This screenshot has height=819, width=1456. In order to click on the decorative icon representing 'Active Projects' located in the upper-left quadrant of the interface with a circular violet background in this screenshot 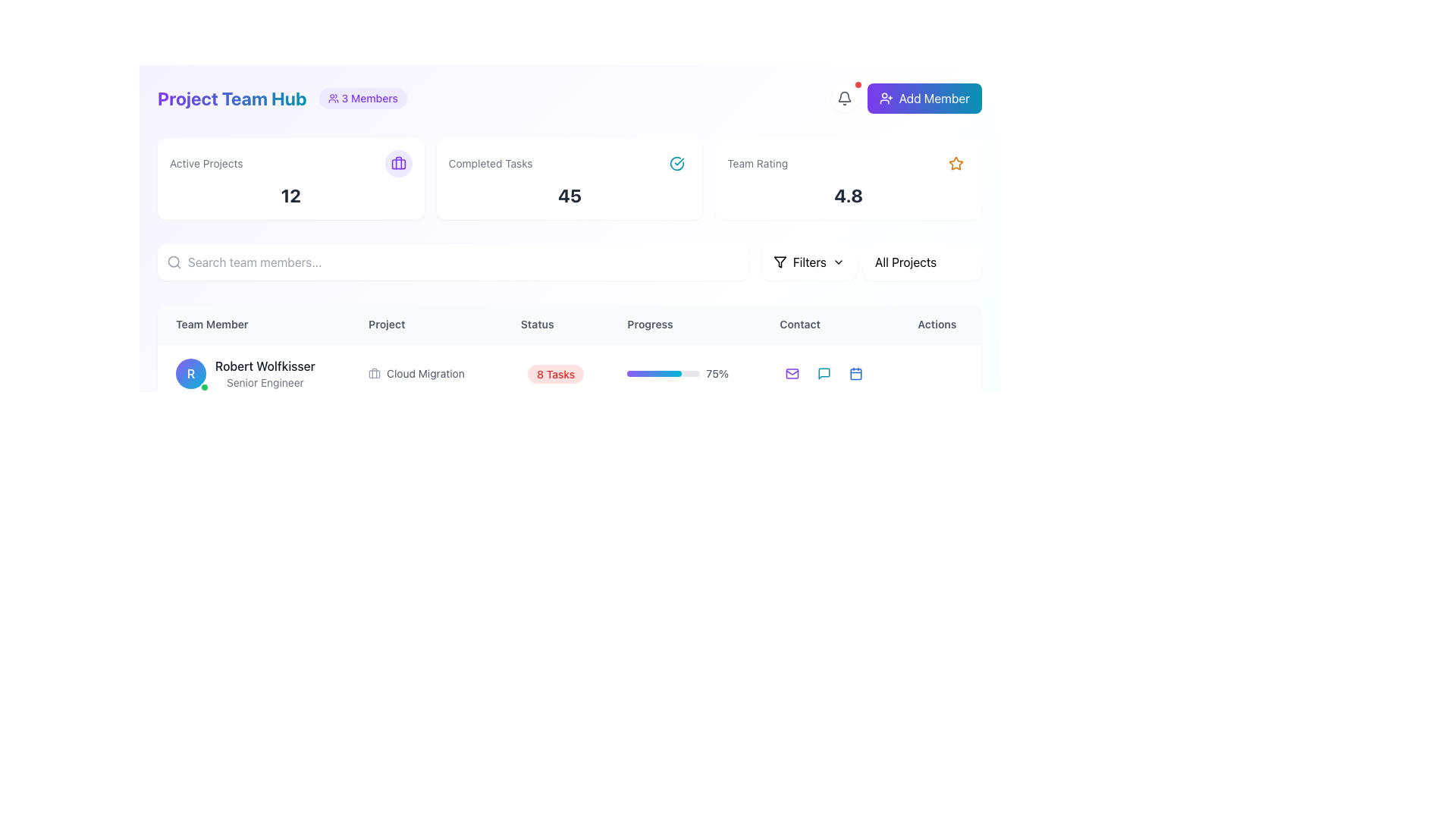, I will do `click(398, 164)`.